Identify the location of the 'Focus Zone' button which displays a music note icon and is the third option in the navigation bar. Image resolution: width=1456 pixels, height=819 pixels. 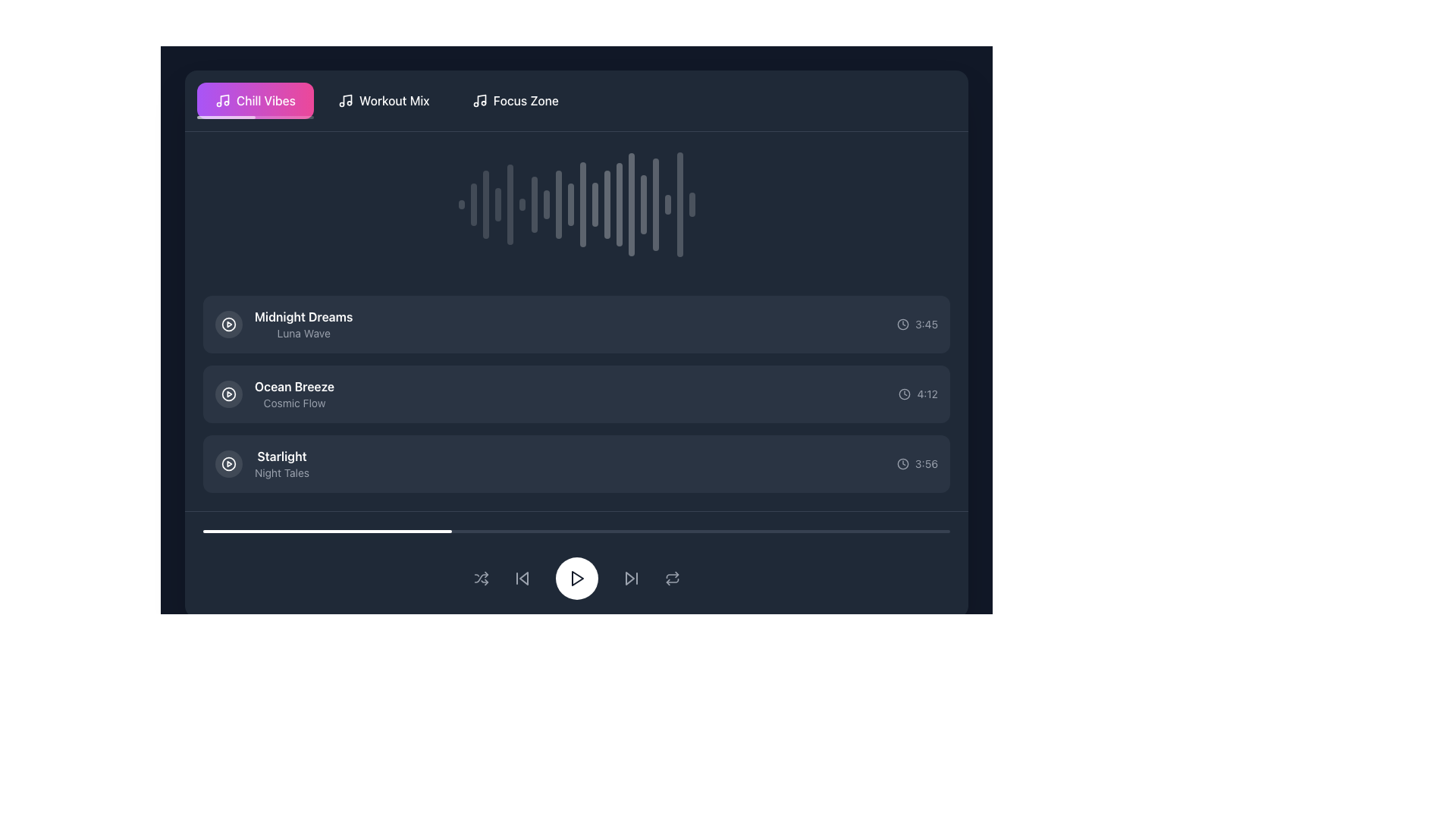
(515, 100).